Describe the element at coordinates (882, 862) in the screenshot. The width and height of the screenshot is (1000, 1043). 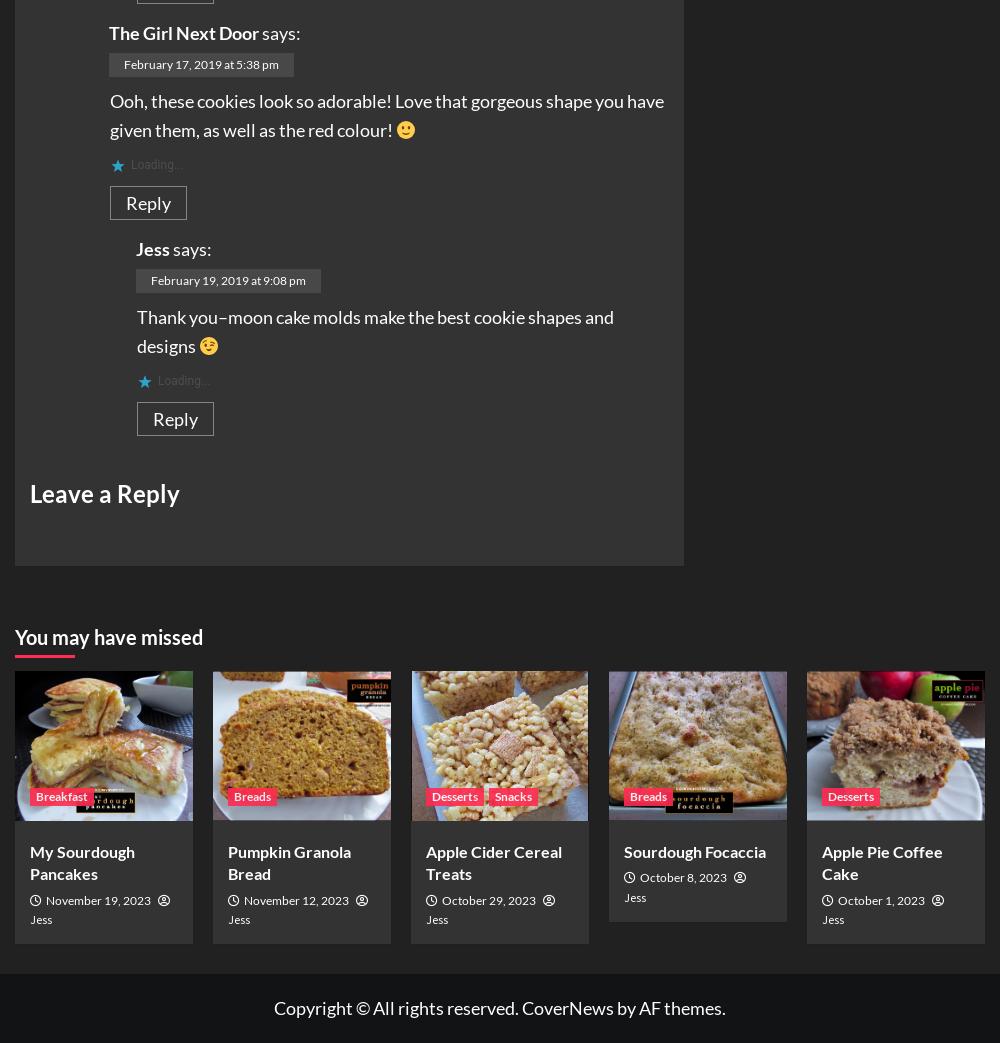
I see `'Apple Pie Coffee Cake'` at that location.